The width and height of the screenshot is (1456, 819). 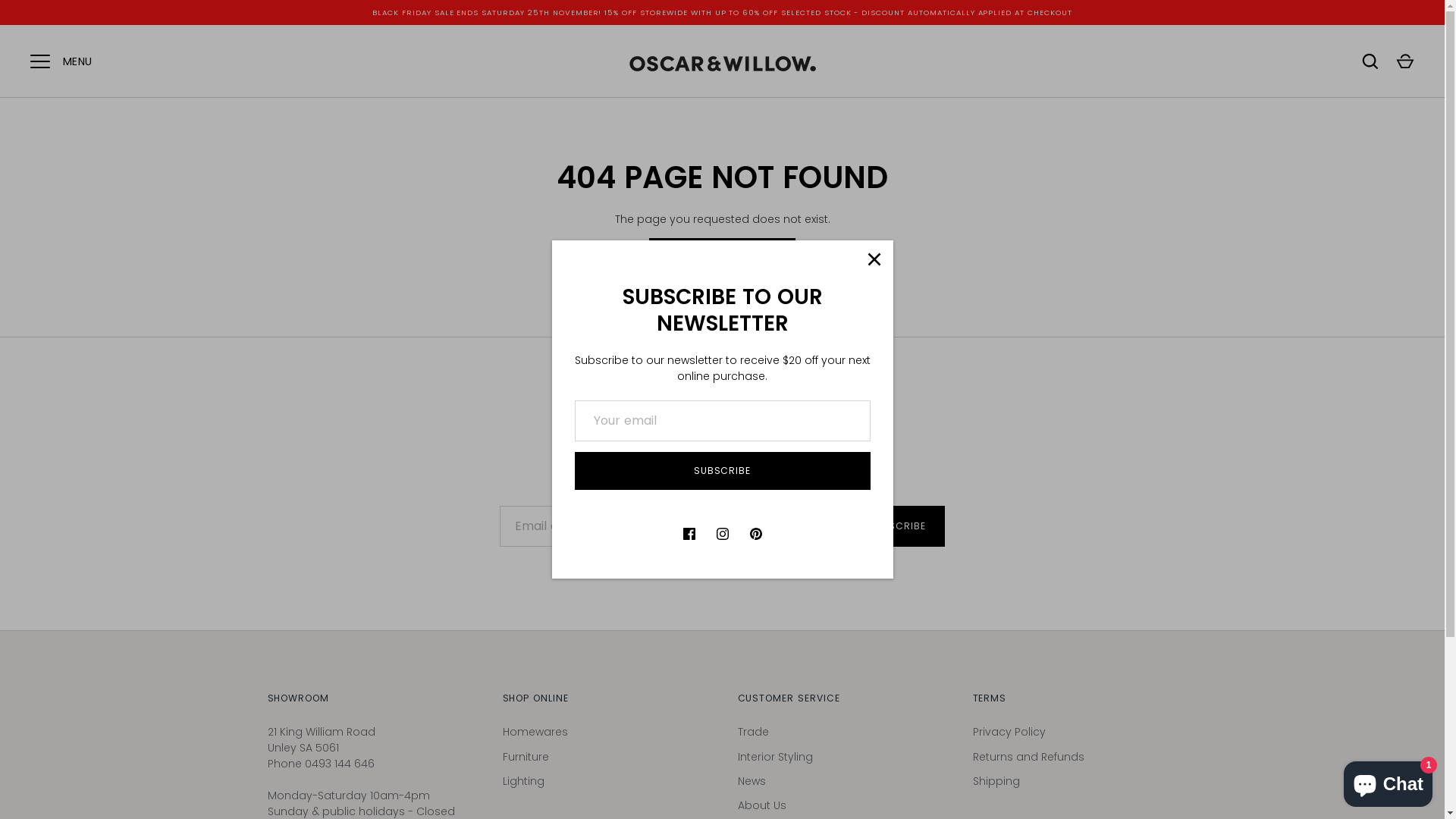 What do you see at coordinates (522, 780) in the screenshot?
I see `'Lighting'` at bounding box center [522, 780].